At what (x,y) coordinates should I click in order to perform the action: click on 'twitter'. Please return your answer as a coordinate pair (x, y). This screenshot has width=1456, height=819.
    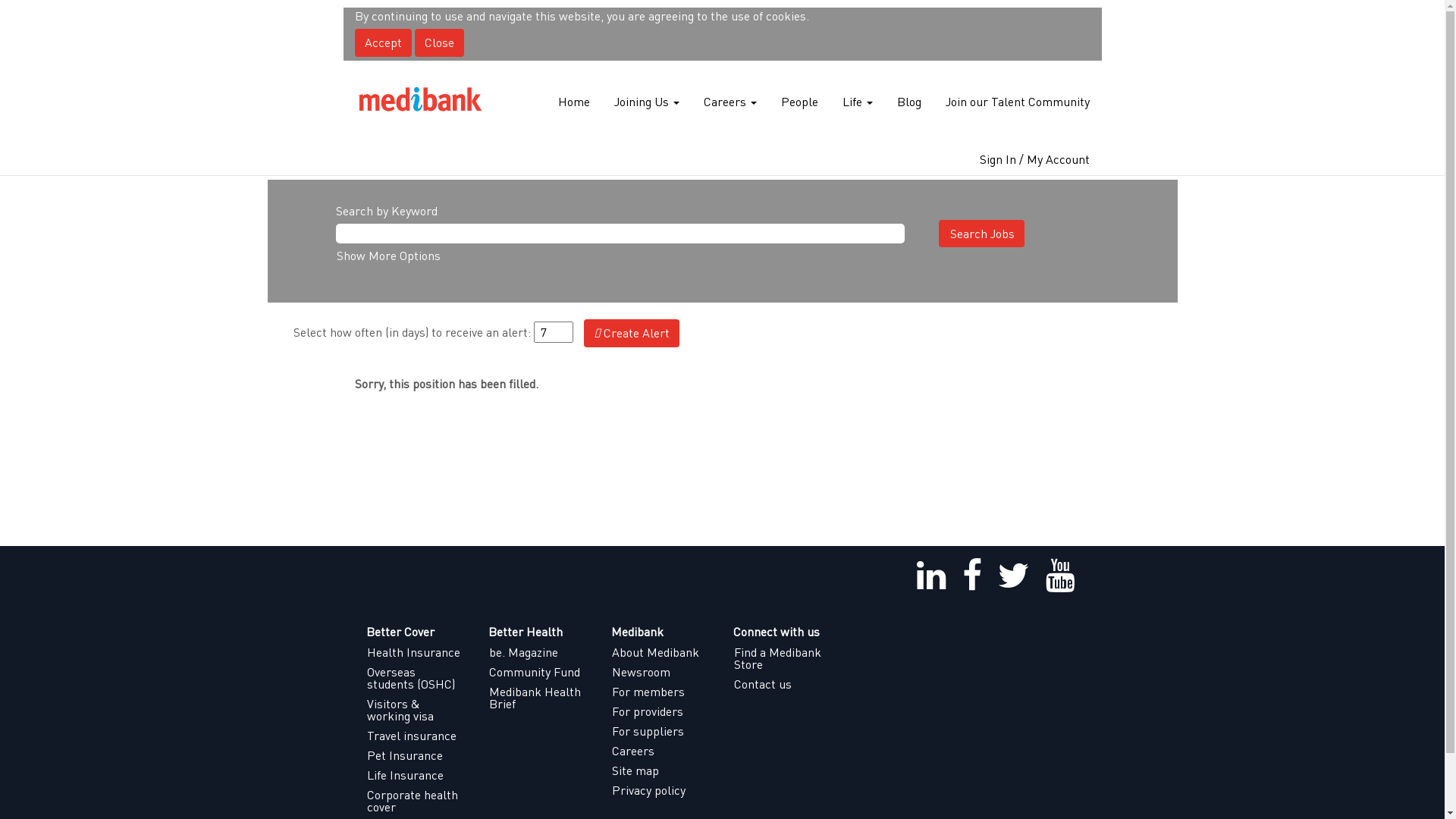
    Looking at the image, I should click on (1012, 576).